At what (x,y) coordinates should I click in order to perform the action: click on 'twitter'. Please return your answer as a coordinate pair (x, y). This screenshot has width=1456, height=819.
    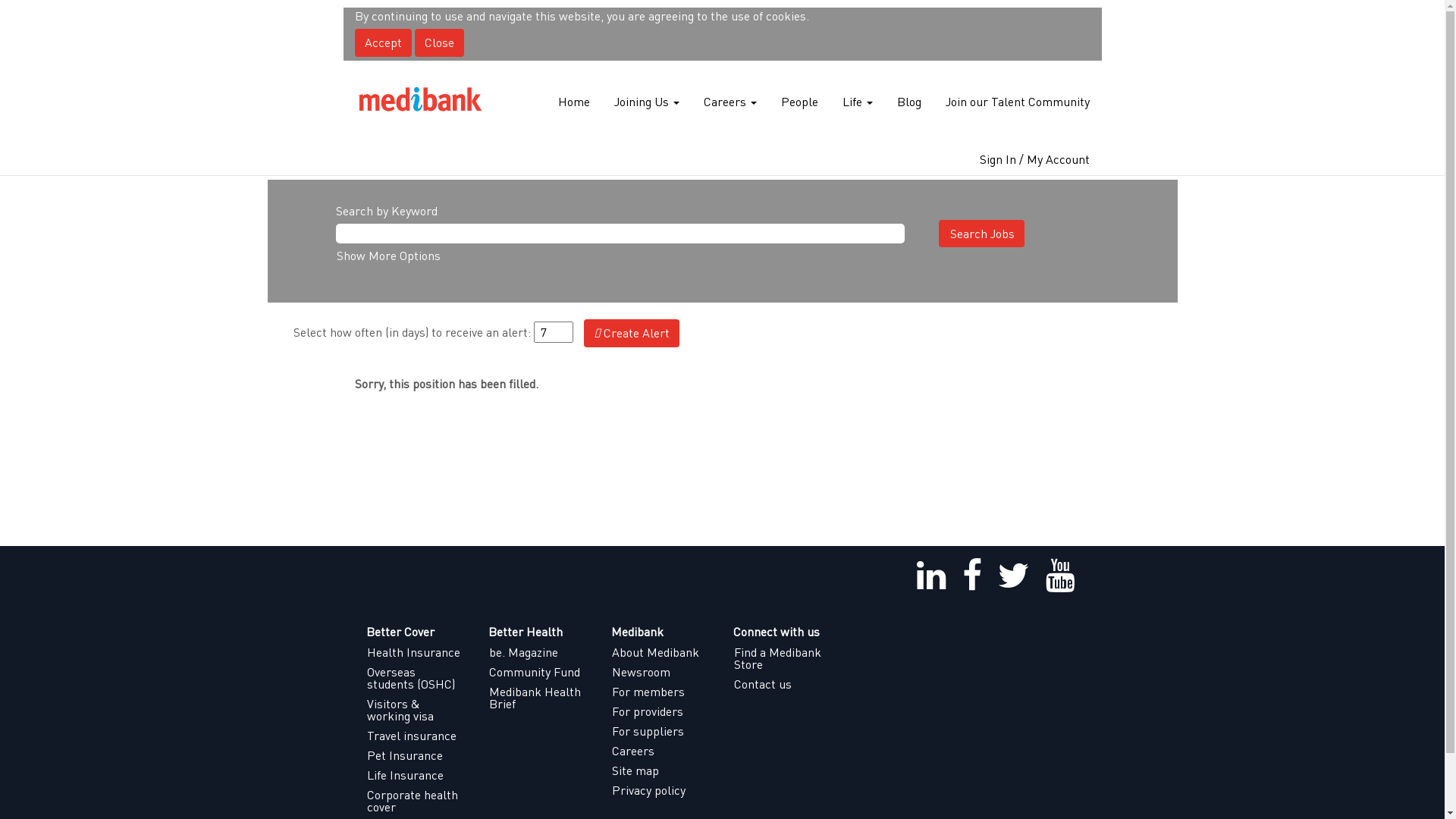
    Looking at the image, I should click on (1012, 576).